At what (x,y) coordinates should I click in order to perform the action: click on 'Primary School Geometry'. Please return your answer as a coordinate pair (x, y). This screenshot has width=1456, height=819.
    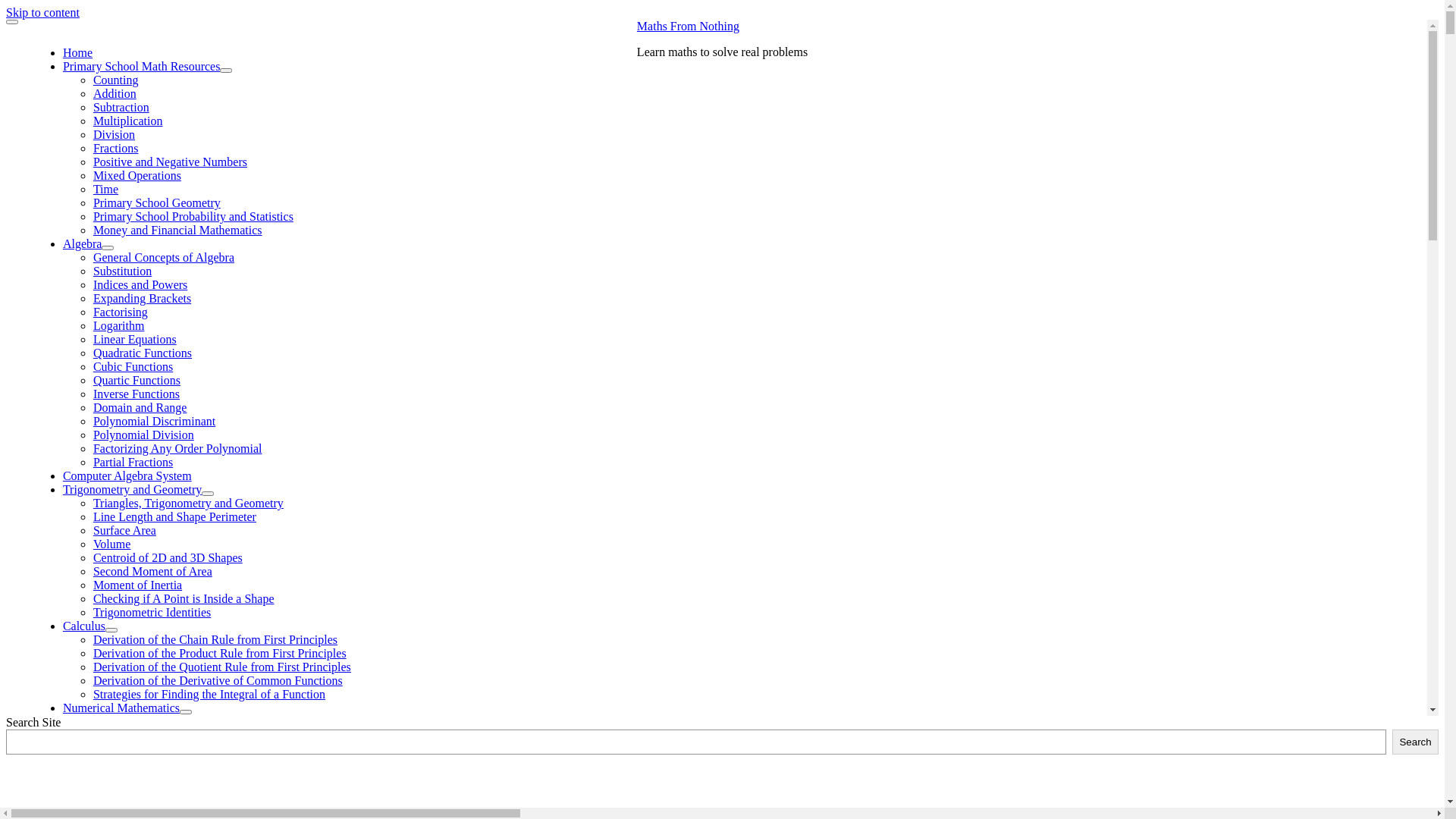
    Looking at the image, I should click on (156, 202).